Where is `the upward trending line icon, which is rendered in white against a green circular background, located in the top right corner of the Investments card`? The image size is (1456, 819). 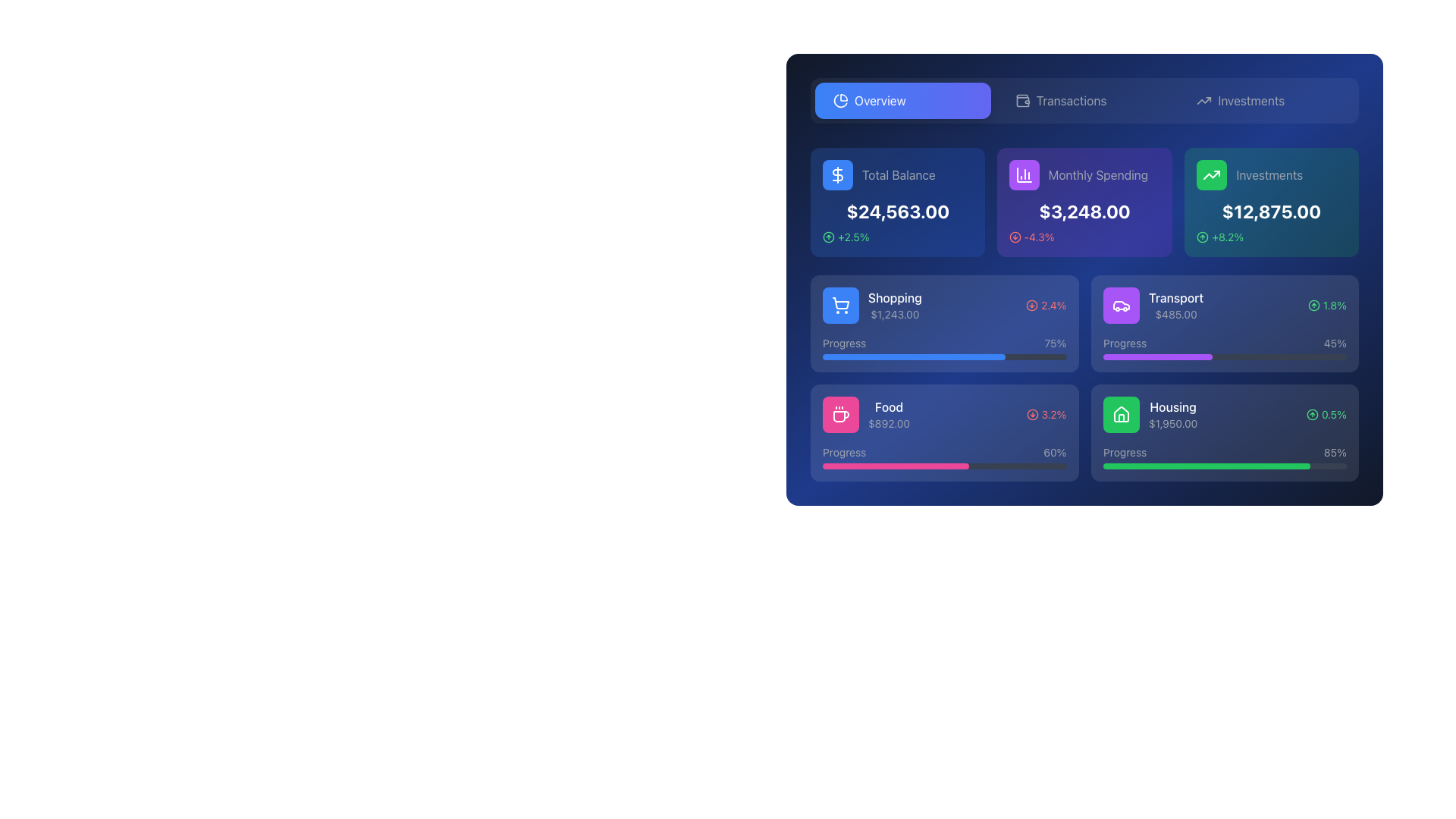 the upward trending line icon, which is rendered in white against a green circular background, located in the top right corner of the Investments card is located at coordinates (1210, 174).